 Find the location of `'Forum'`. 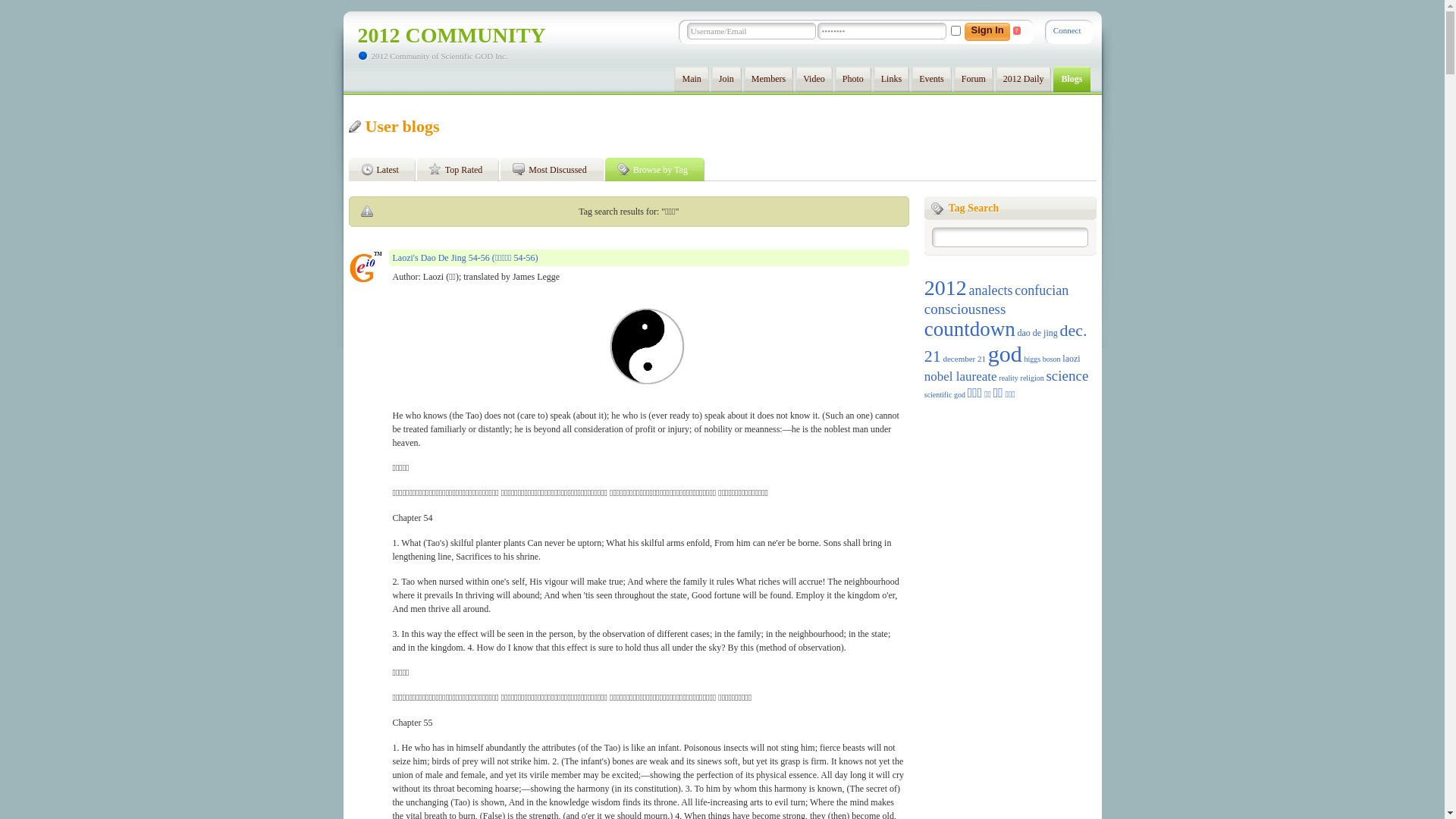

'Forum' is located at coordinates (973, 79).